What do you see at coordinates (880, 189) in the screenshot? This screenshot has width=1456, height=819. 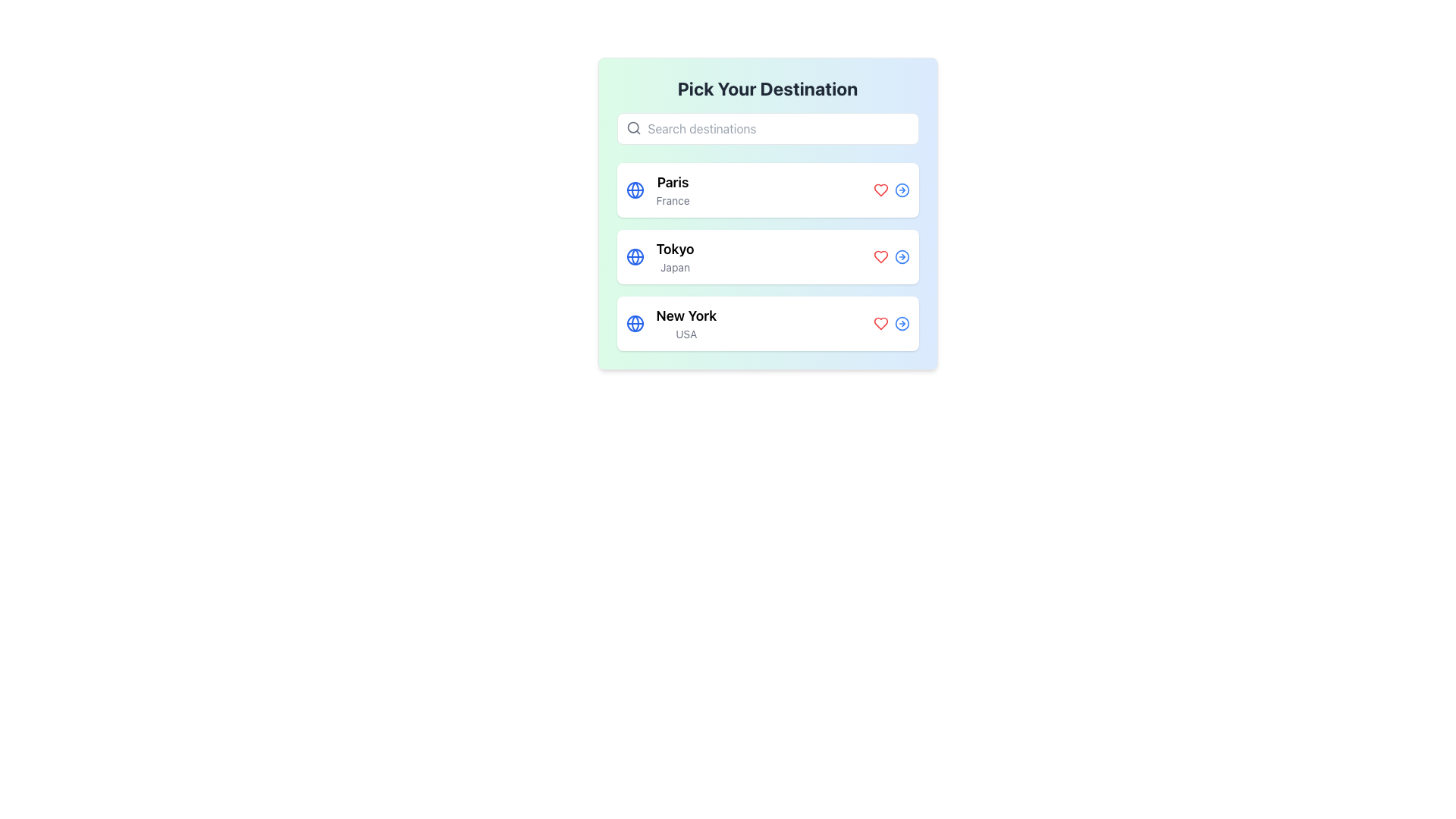 I see `the heart icon button located within the Paris destination card` at bounding box center [880, 189].